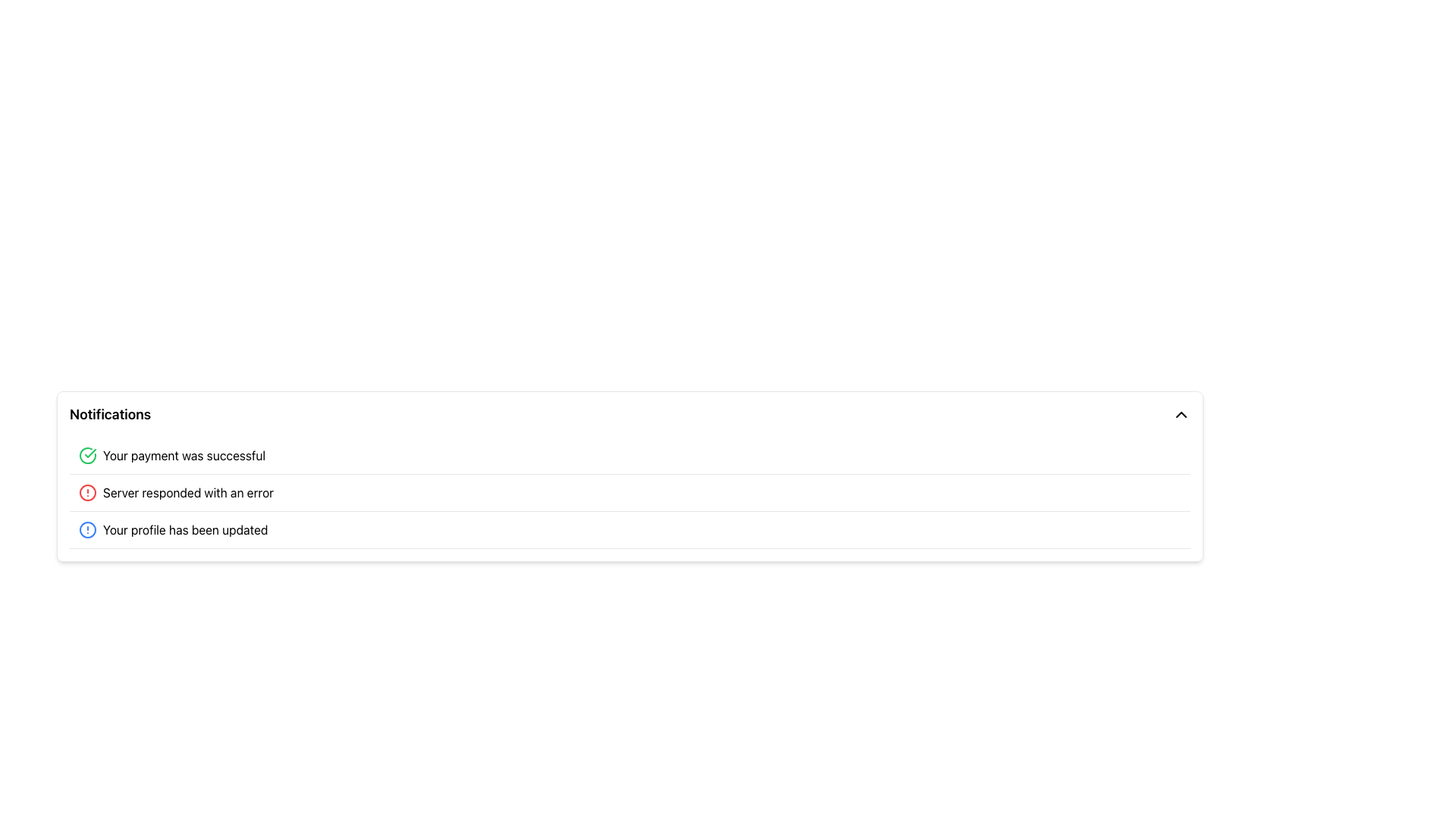 The width and height of the screenshot is (1456, 819). Describe the element at coordinates (1181, 415) in the screenshot. I see `the toggle button located at the top-right corner of the 'Notifications' section` at that location.